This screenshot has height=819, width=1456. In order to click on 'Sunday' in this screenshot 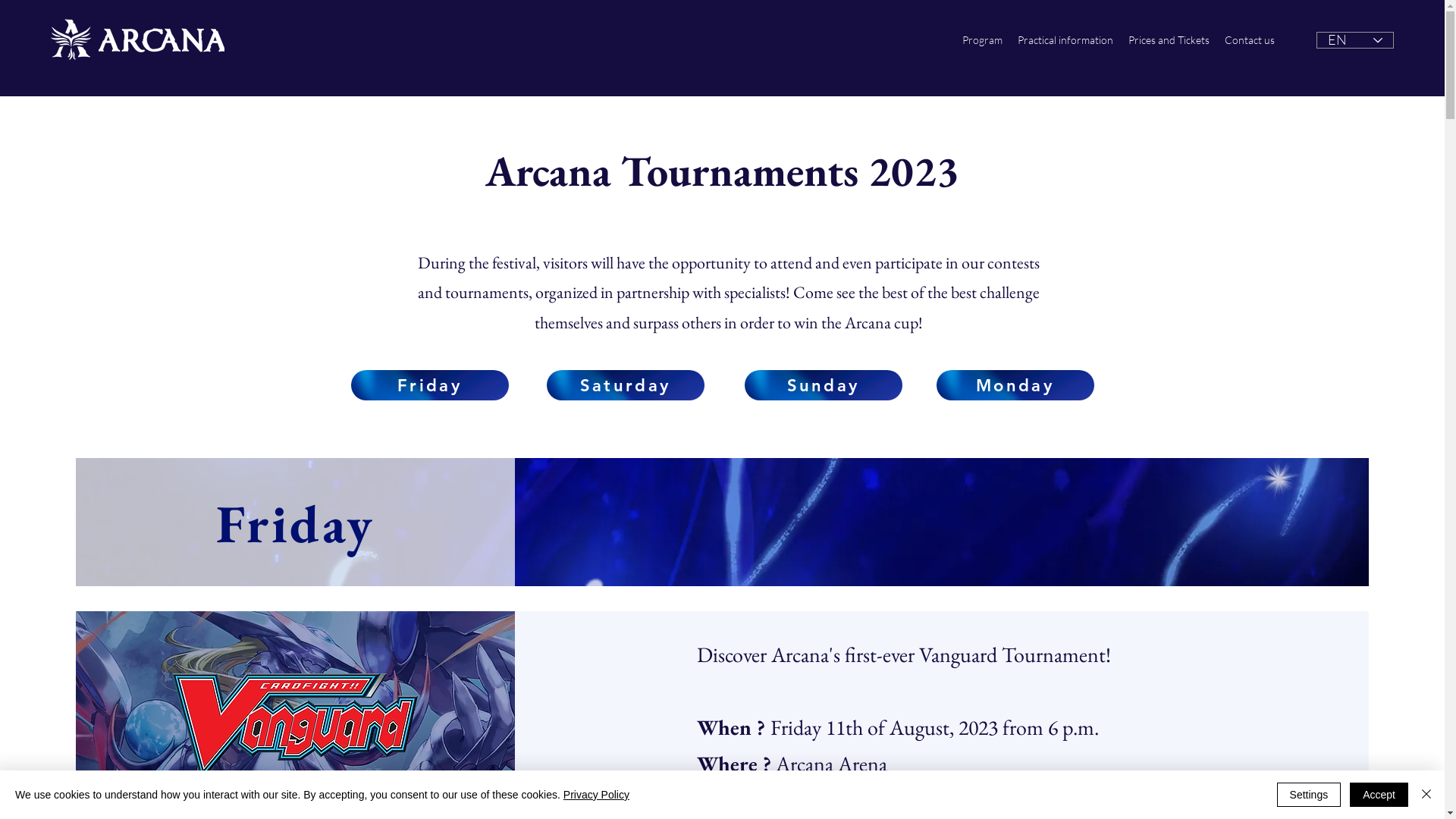, I will do `click(745, 384)`.